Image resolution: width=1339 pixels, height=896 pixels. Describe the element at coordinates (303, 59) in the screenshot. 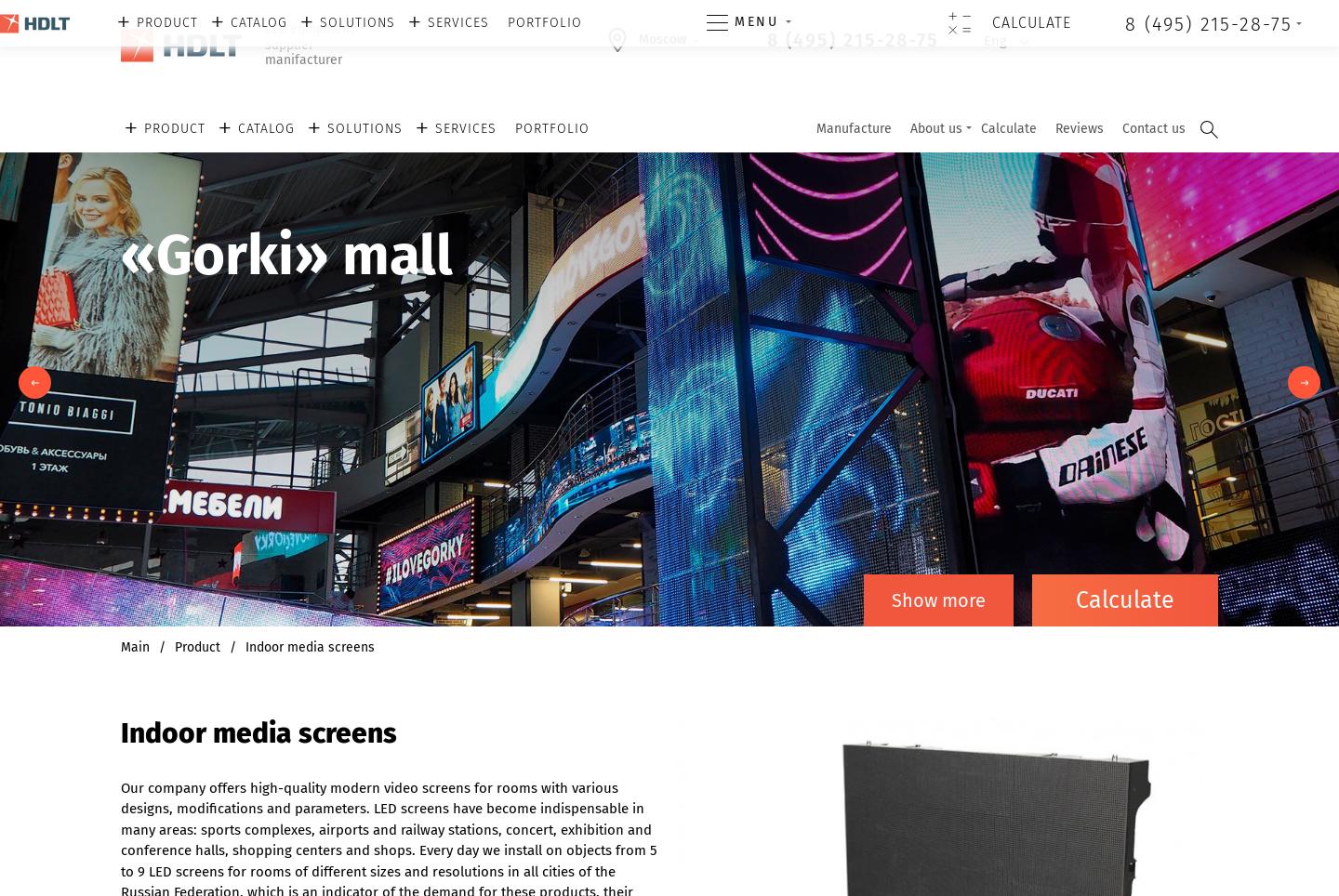

I see `'manifacturer'` at that location.